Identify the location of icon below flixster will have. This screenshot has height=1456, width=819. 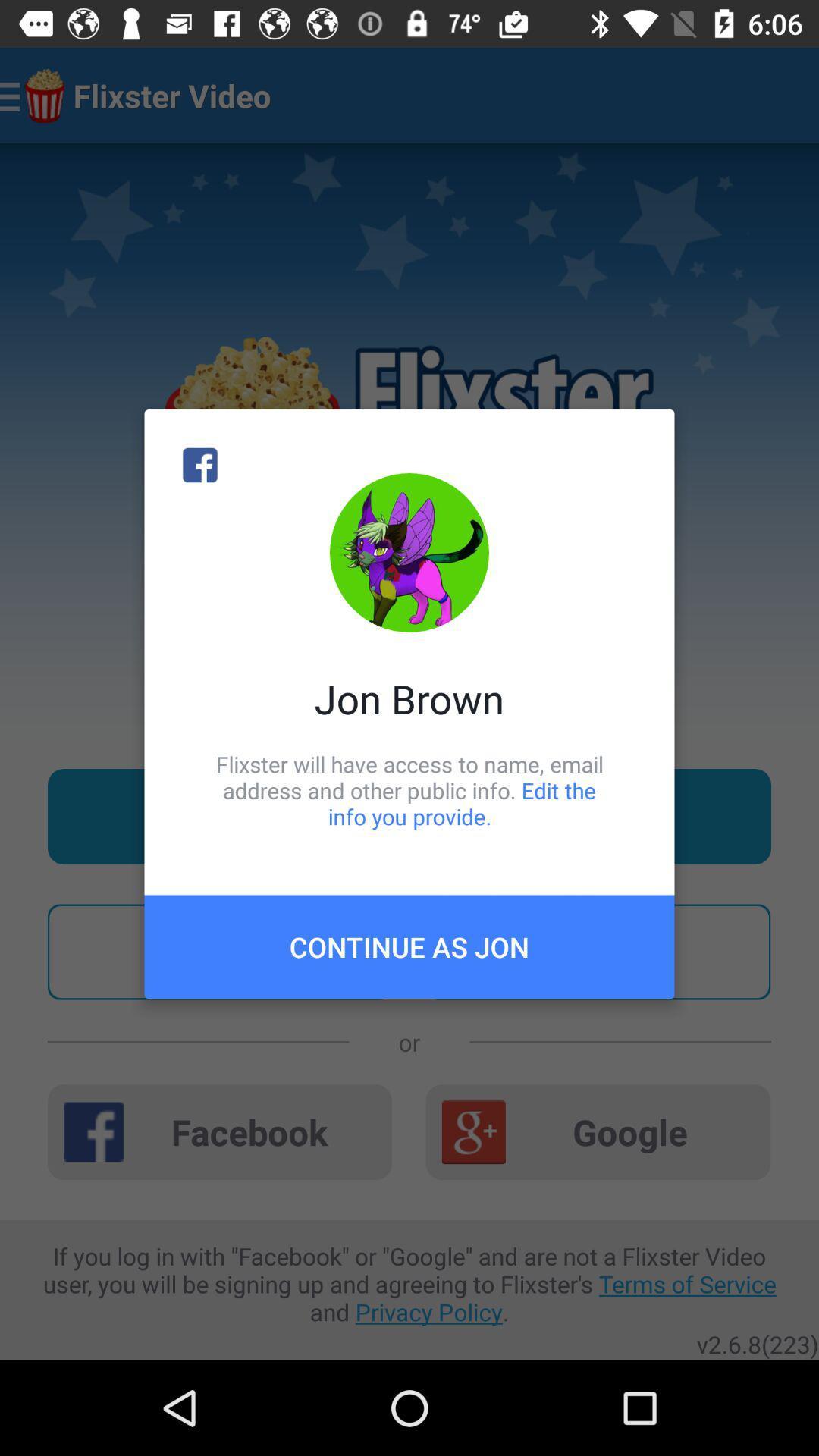
(409, 946).